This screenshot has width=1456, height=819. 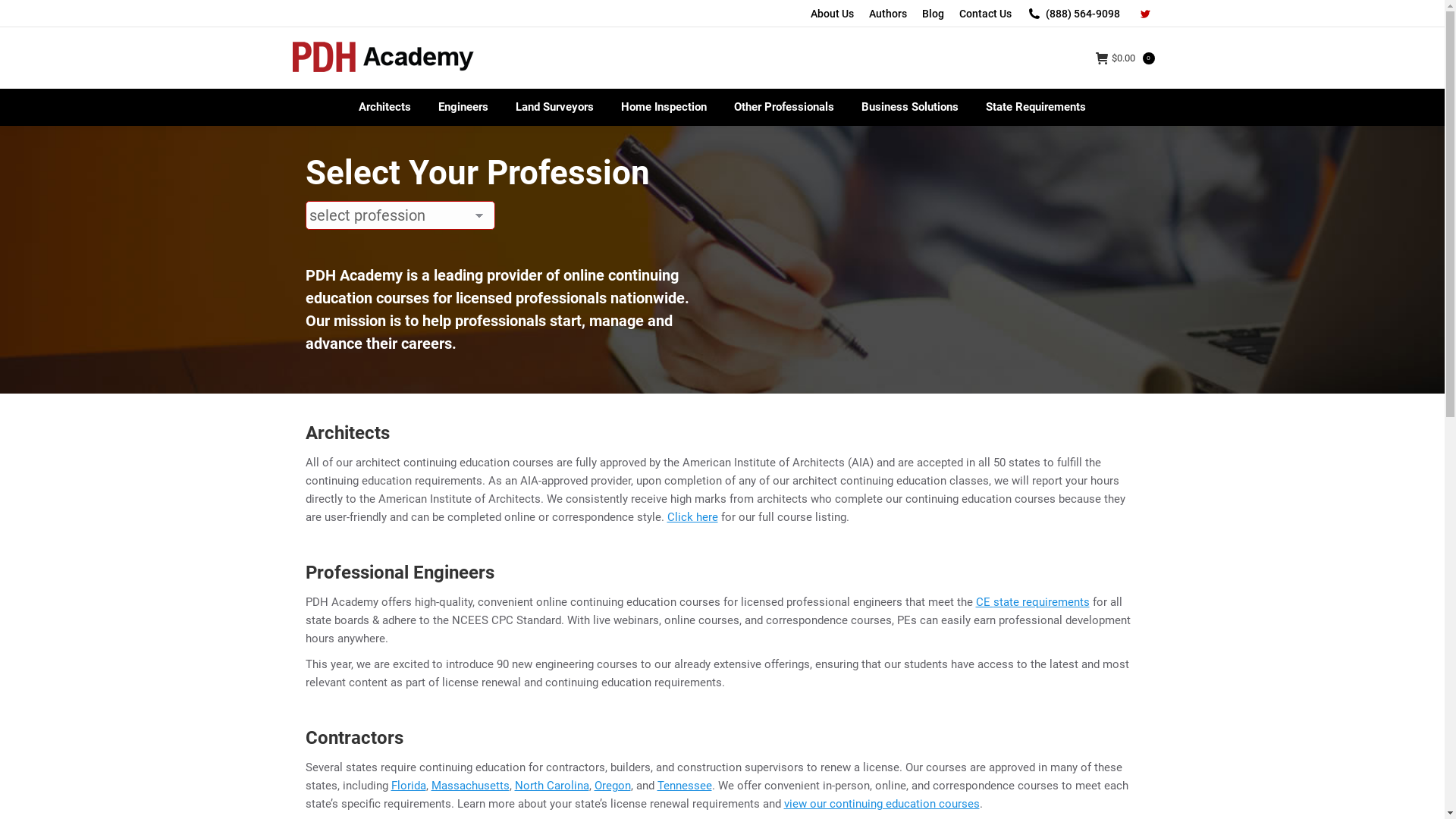 What do you see at coordinates (921, 14) in the screenshot?
I see `'Blog'` at bounding box center [921, 14].